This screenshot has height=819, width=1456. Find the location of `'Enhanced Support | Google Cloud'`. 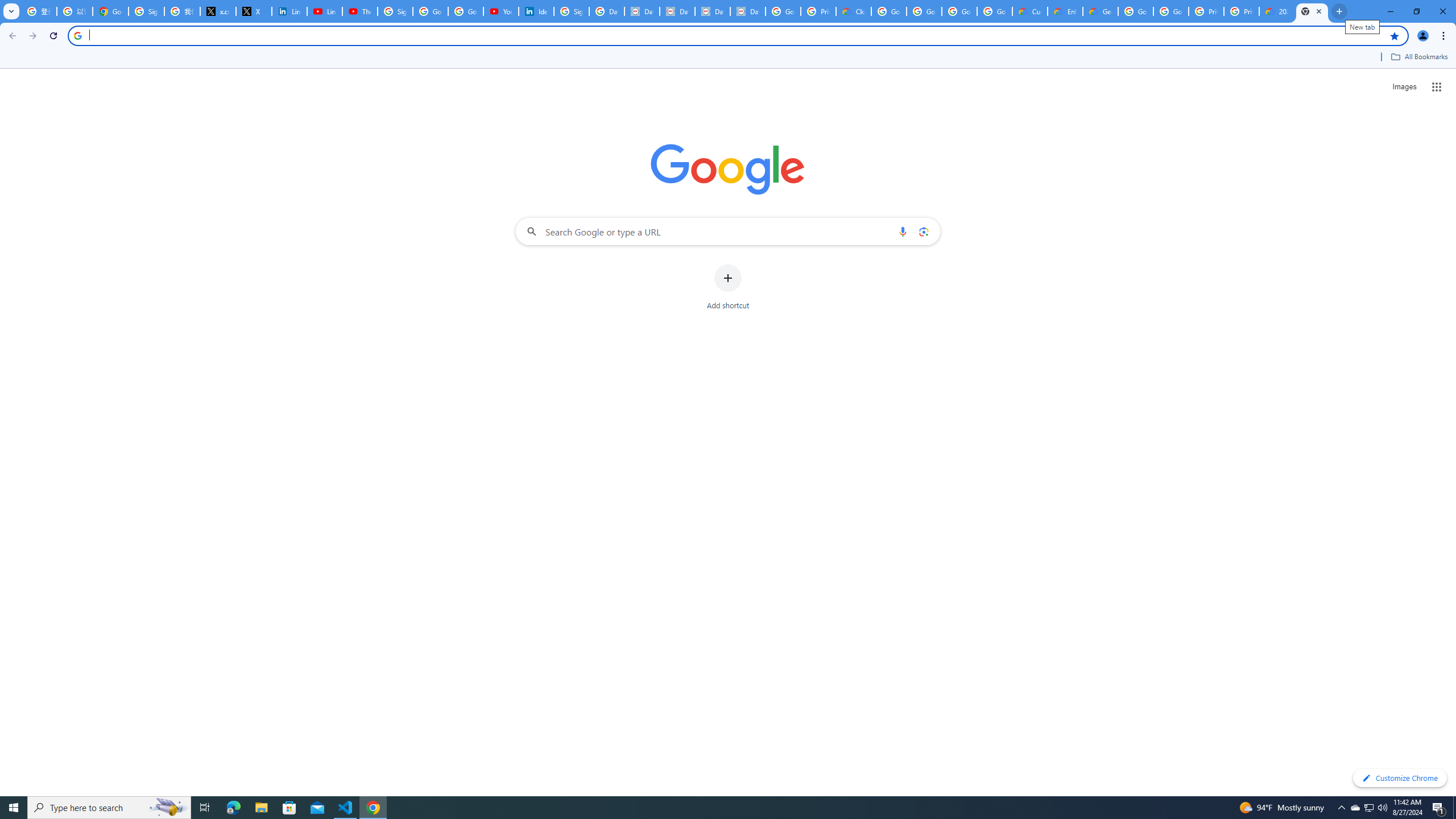

'Enhanced Support | Google Cloud' is located at coordinates (1064, 11).